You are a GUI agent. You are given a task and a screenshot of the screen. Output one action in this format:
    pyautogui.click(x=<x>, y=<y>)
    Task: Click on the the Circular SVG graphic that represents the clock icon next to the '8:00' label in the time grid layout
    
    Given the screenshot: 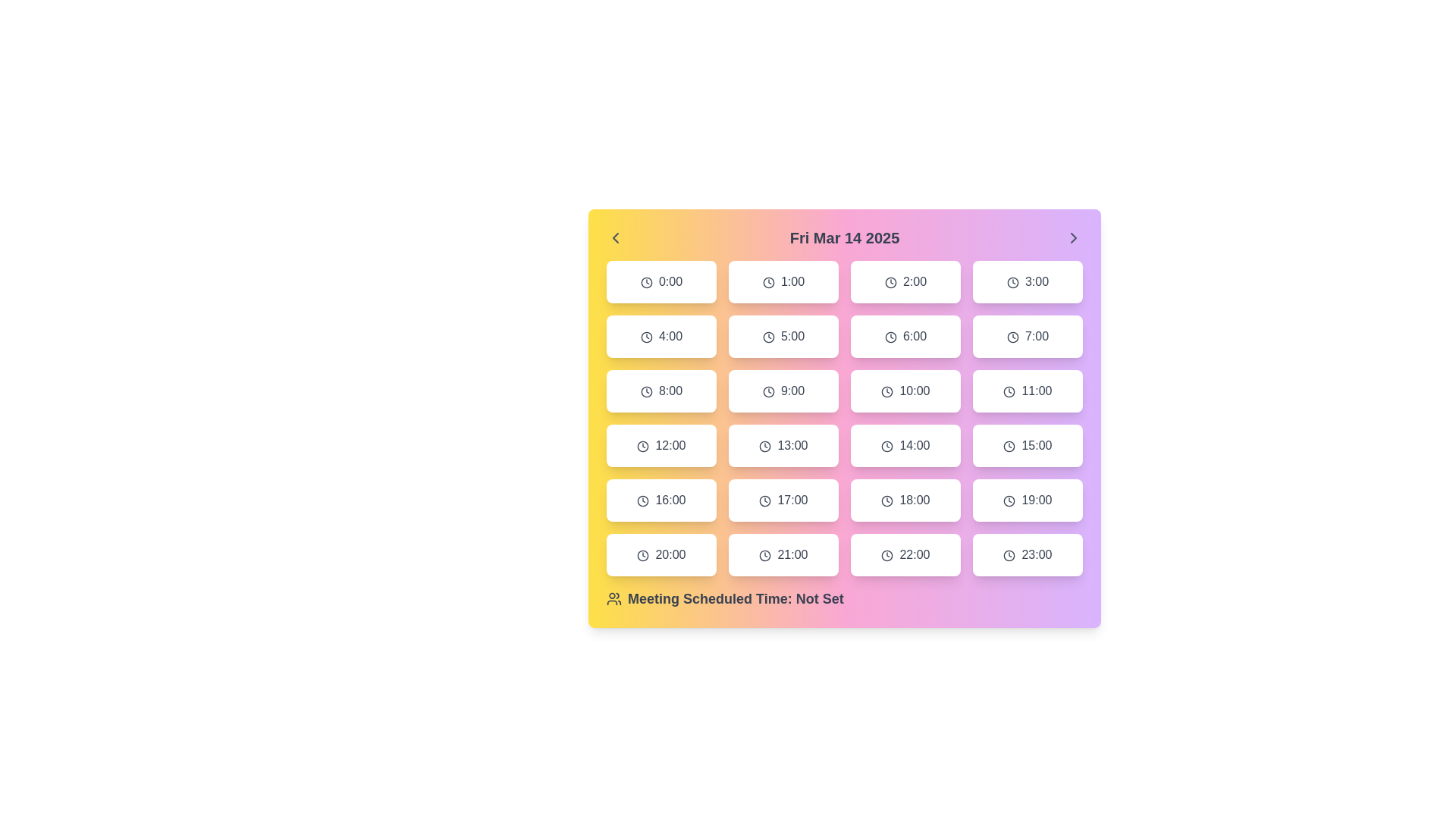 What is the action you would take?
    pyautogui.click(x=646, y=391)
    